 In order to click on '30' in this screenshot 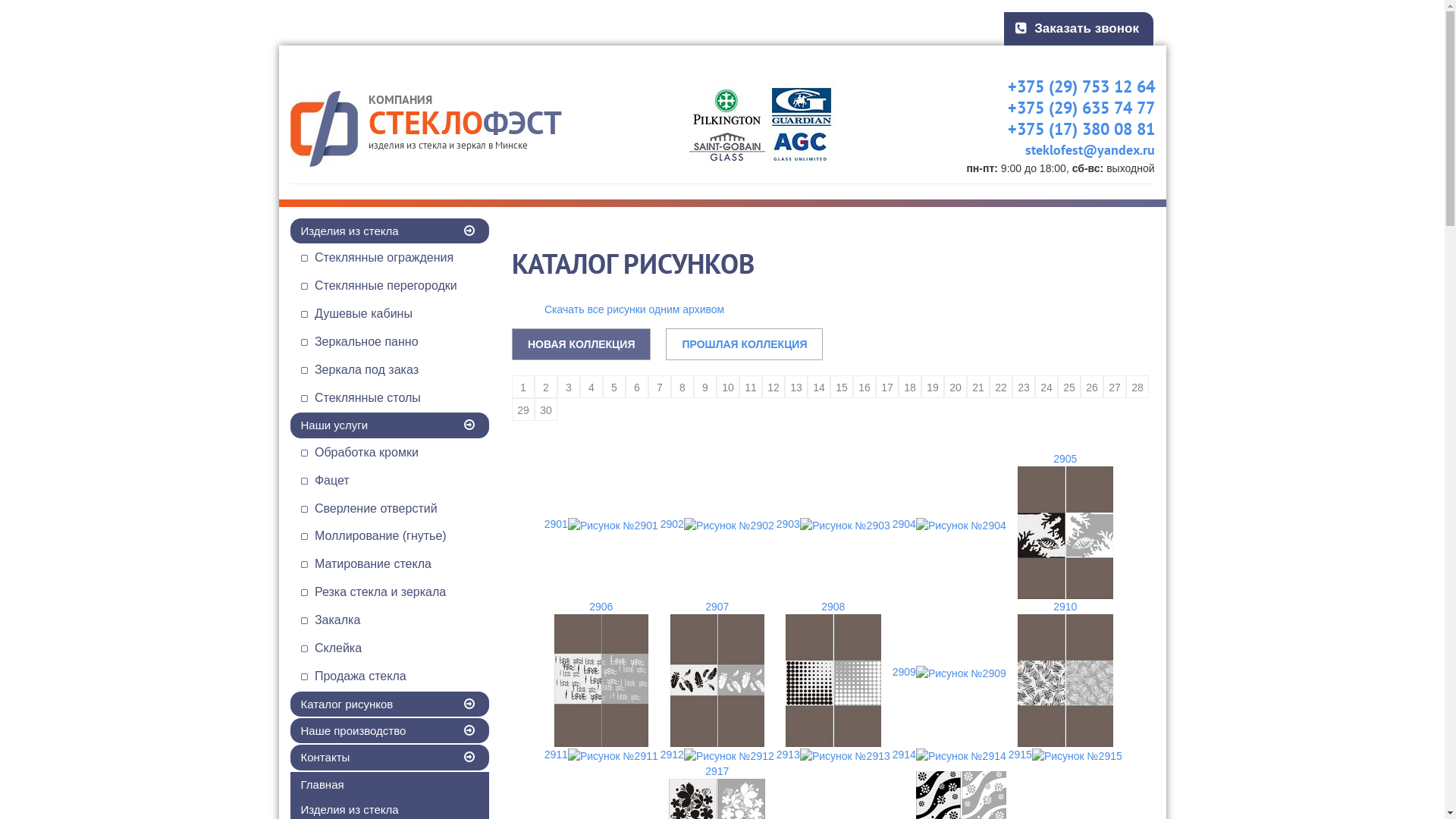, I will do `click(546, 409)`.